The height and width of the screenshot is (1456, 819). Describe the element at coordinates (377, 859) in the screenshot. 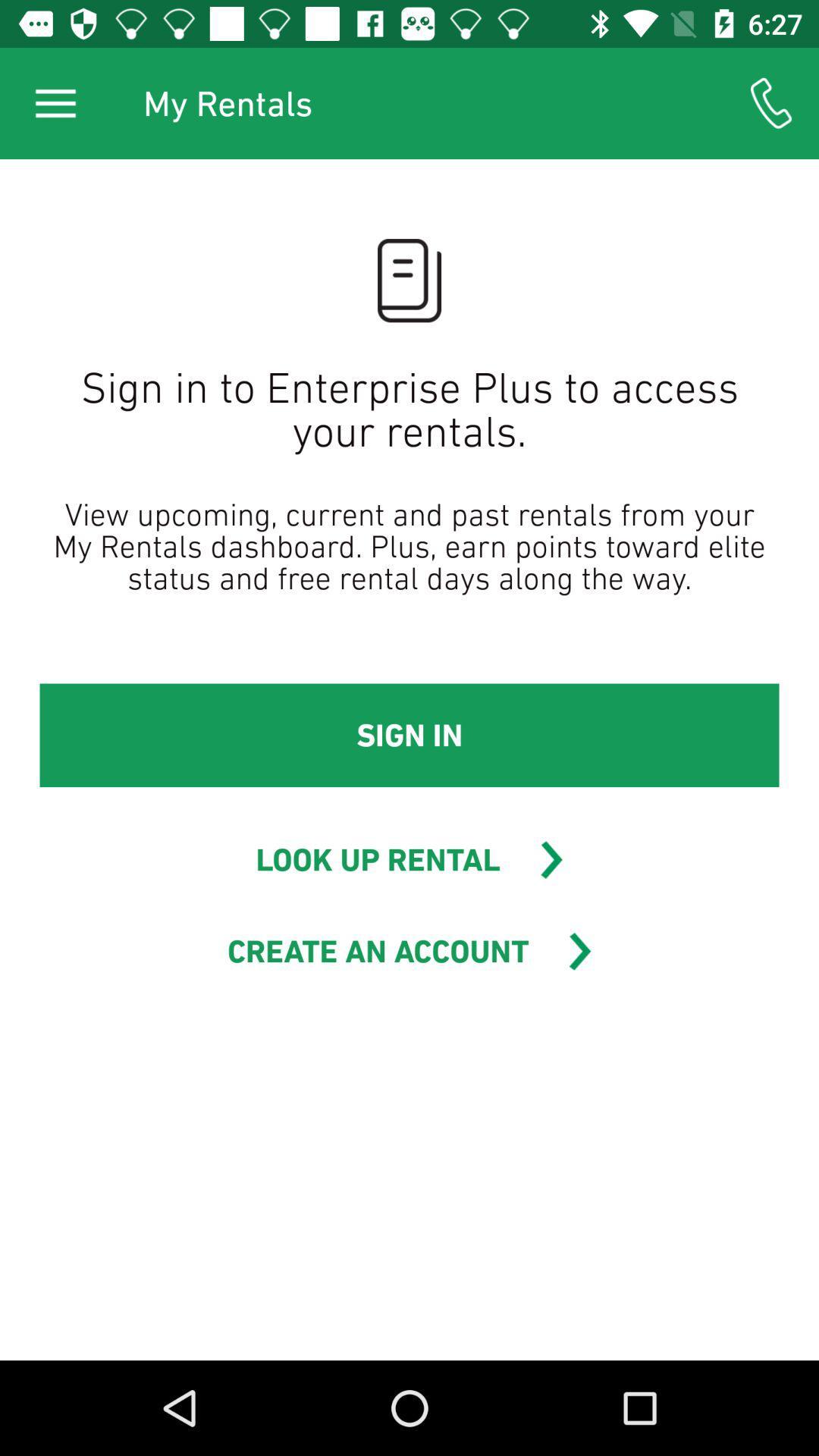

I see `the icon below sign in` at that location.